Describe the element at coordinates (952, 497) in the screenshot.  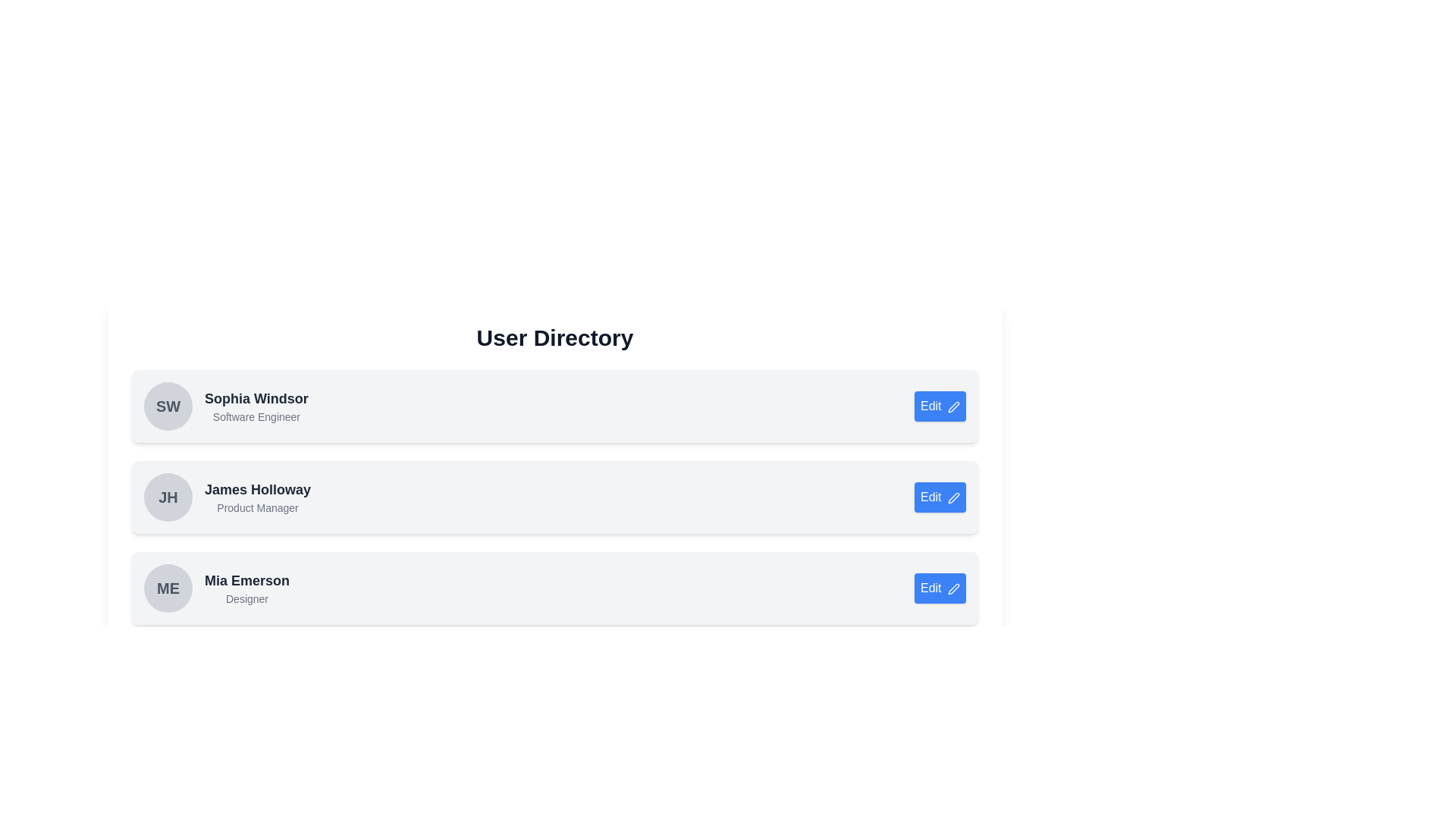
I see `the pen icon located within the blue 'Edit' button on the right side of the second row in the user directory interface` at that location.